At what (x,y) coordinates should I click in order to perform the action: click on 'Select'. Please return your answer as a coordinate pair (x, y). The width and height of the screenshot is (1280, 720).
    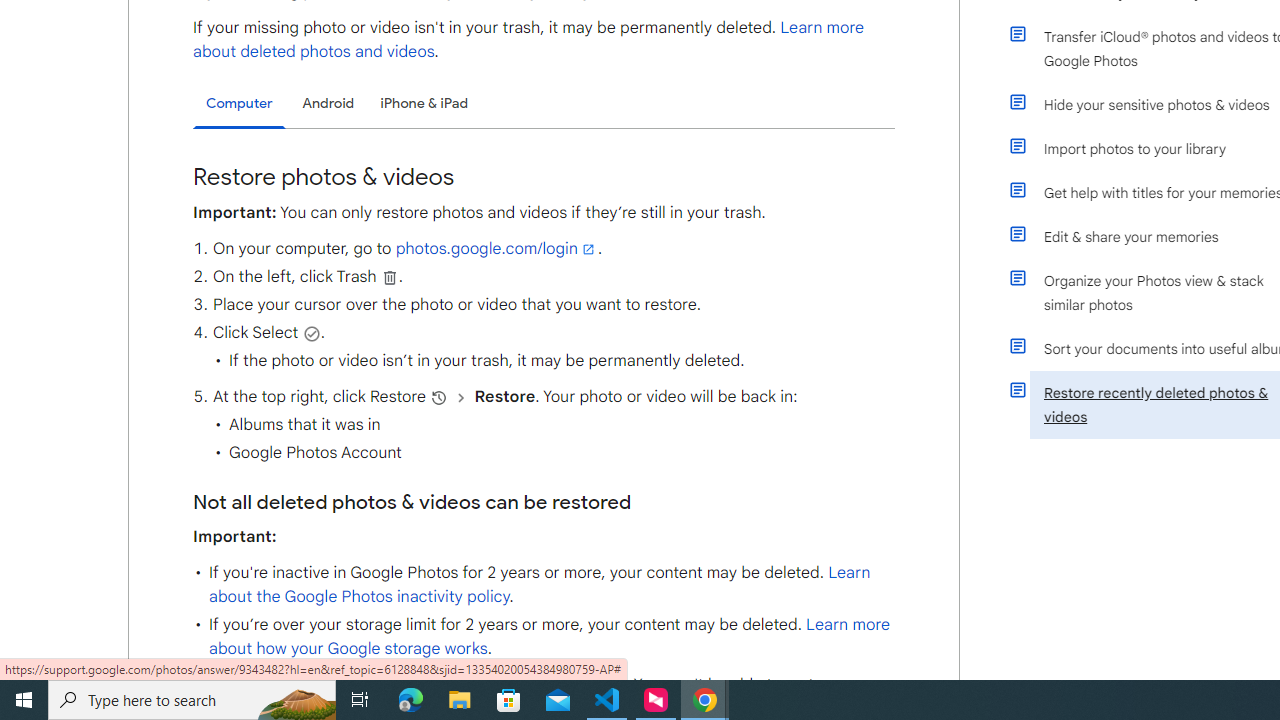
    Looking at the image, I should click on (310, 332).